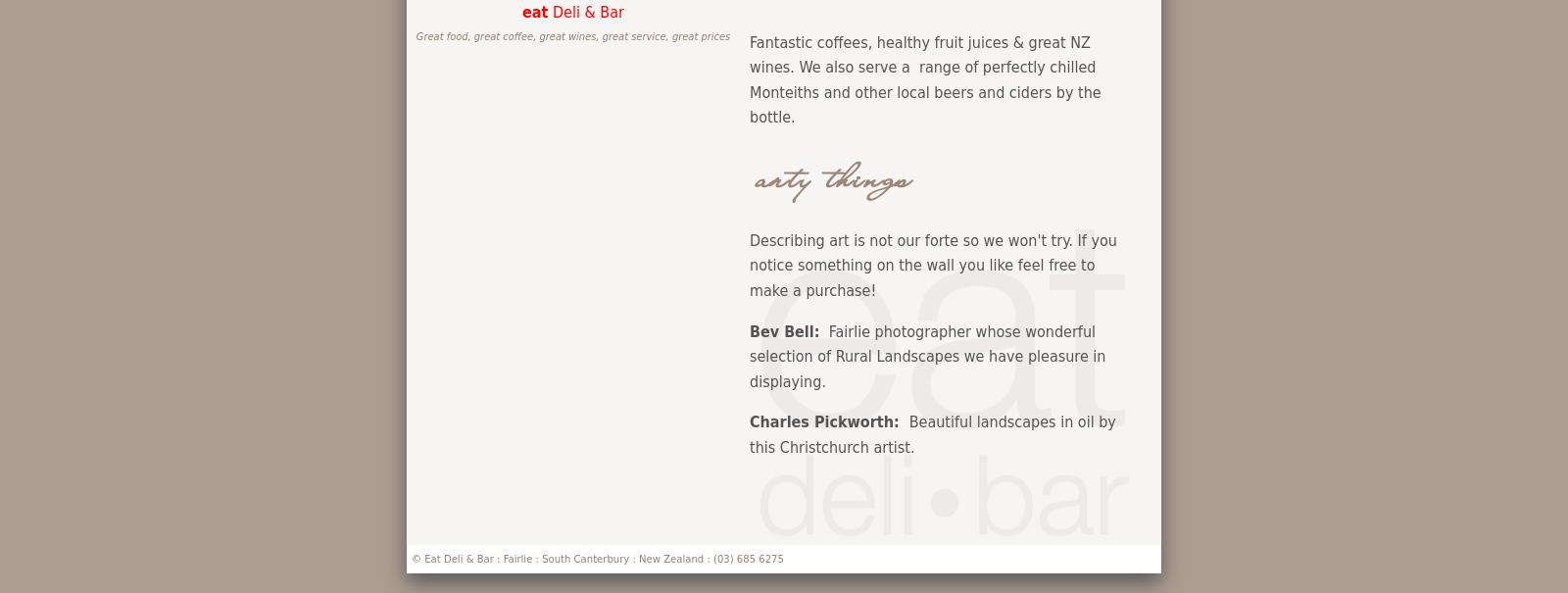 The height and width of the screenshot is (593, 1568). Describe the element at coordinates (533, 11) in the screenshot. I see `'eat'` at that location.